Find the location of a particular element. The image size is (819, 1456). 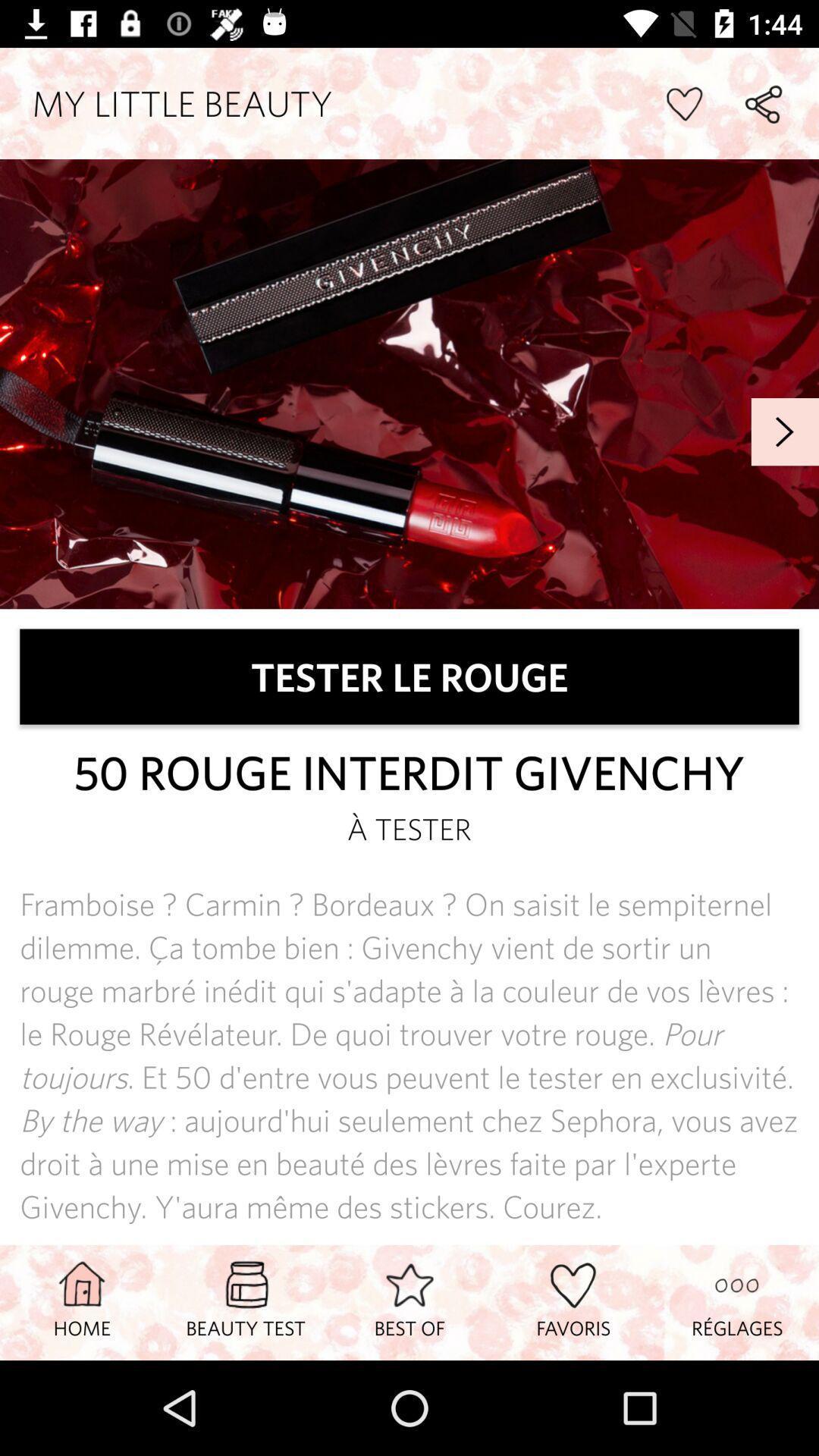

share option is located at coordinates (763, 102).